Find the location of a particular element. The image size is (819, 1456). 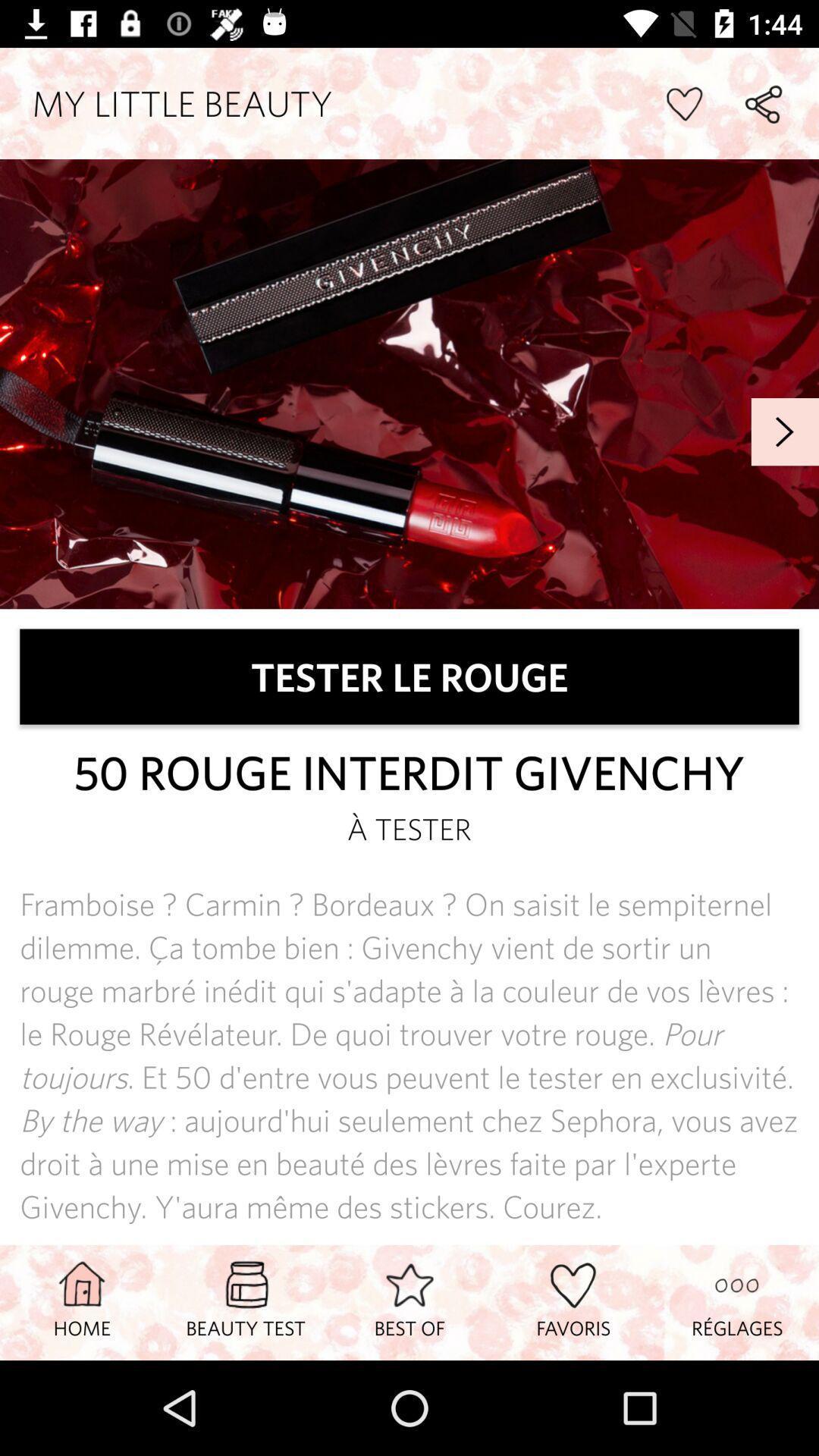

share option is located at coordinates (763, 102).